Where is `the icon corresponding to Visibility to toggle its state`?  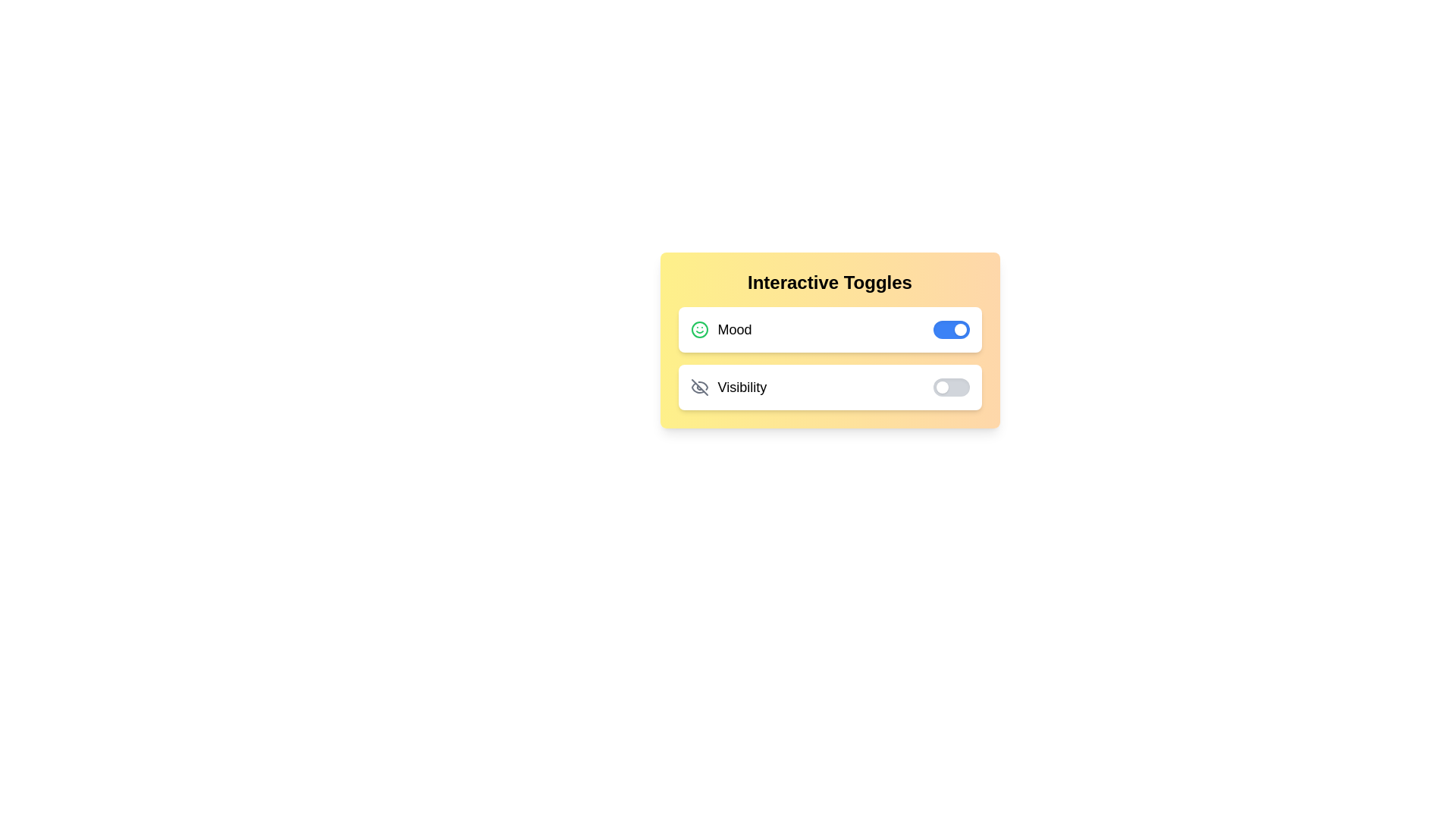
the icon corresponding to Visibility to toggle its state is located at coordinates (698, 386).